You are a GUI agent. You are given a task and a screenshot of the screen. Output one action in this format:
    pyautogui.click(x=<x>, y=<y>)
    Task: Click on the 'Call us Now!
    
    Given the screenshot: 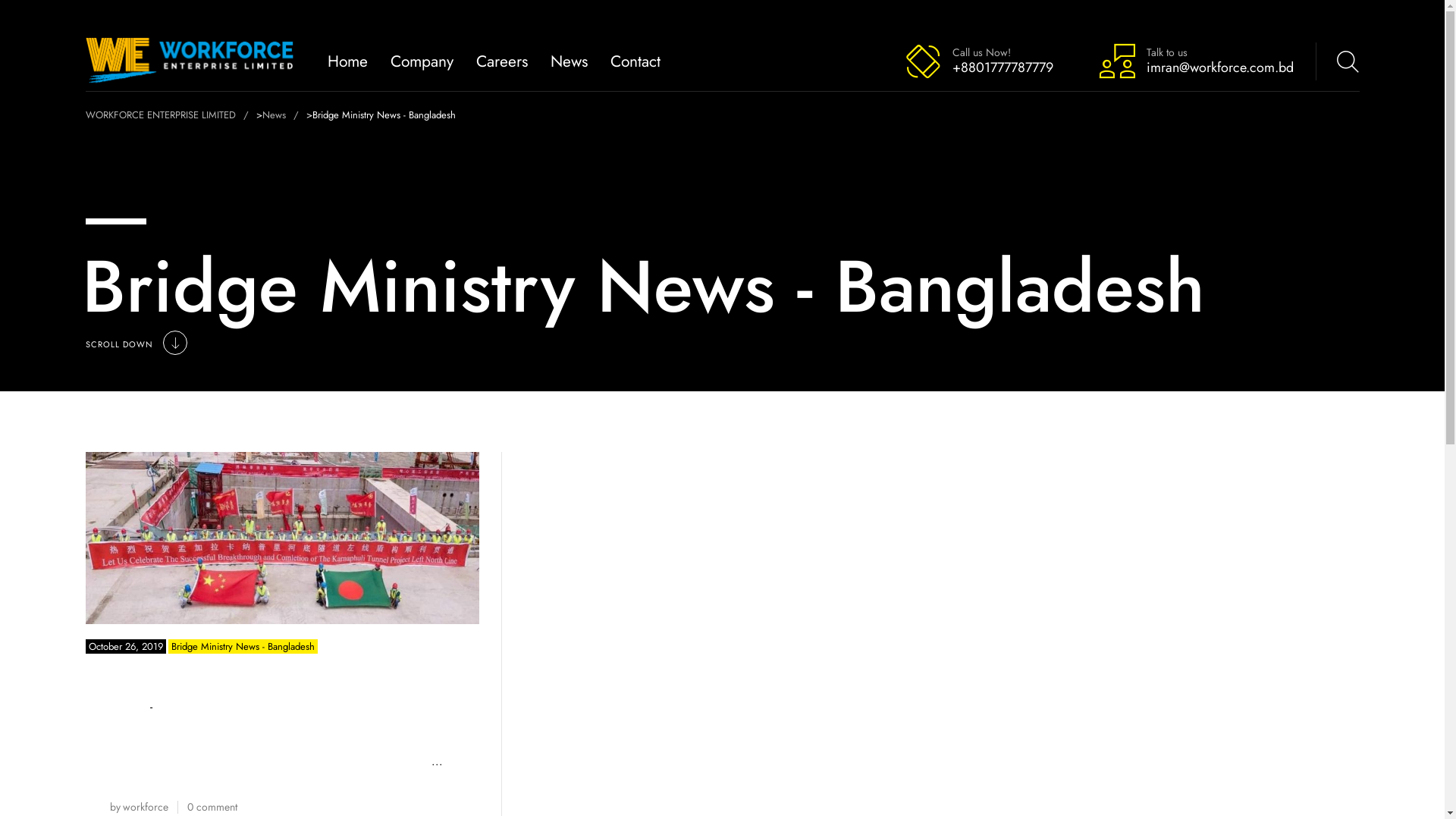 What is the action you would take?
    pyautogui.click(x=978, y=60)
    